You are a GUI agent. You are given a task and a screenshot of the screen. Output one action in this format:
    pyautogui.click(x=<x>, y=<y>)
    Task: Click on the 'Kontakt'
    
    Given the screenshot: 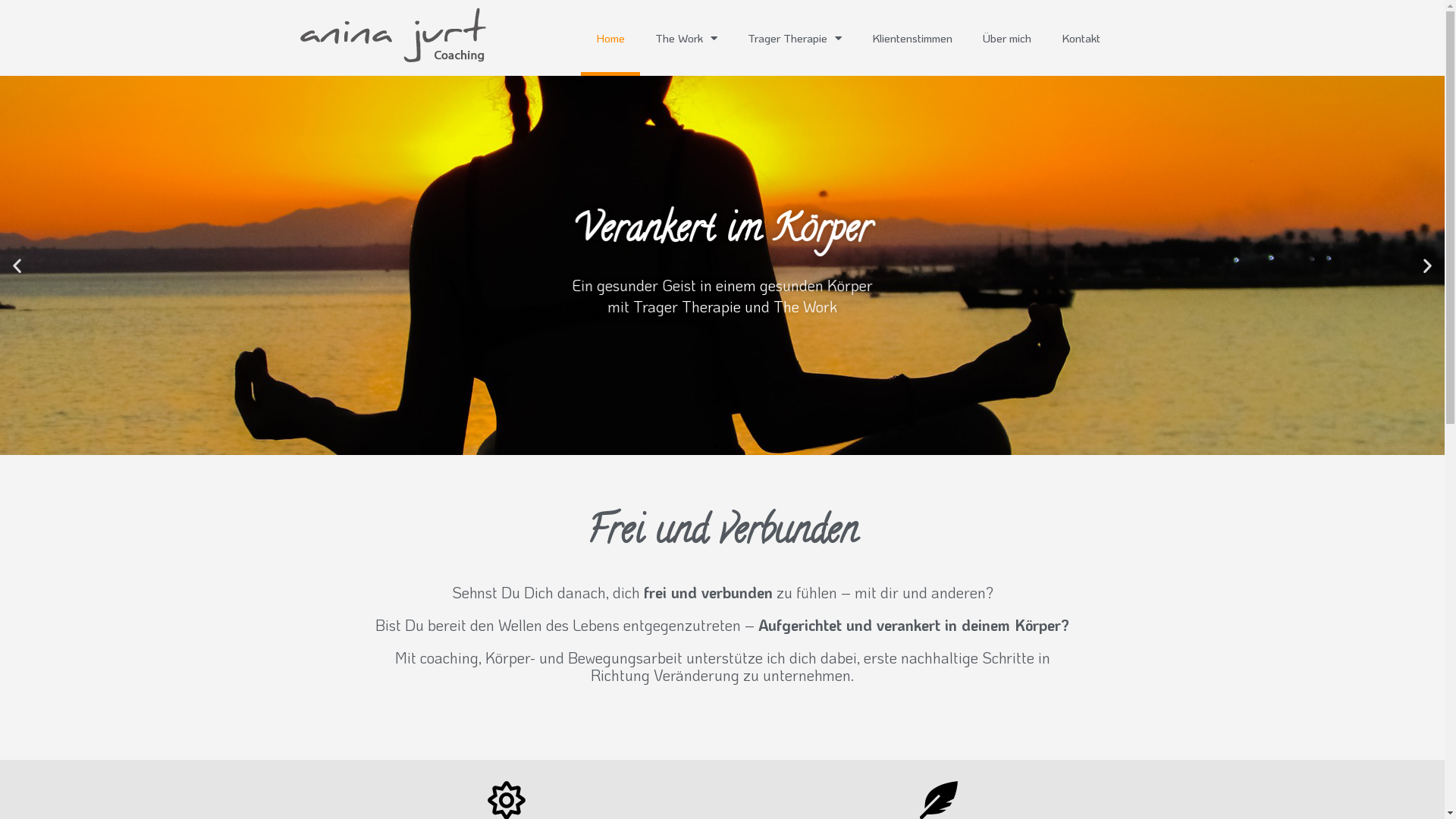 What is the action you would take?
    pyautogui.click(x=1080, y=37)
    